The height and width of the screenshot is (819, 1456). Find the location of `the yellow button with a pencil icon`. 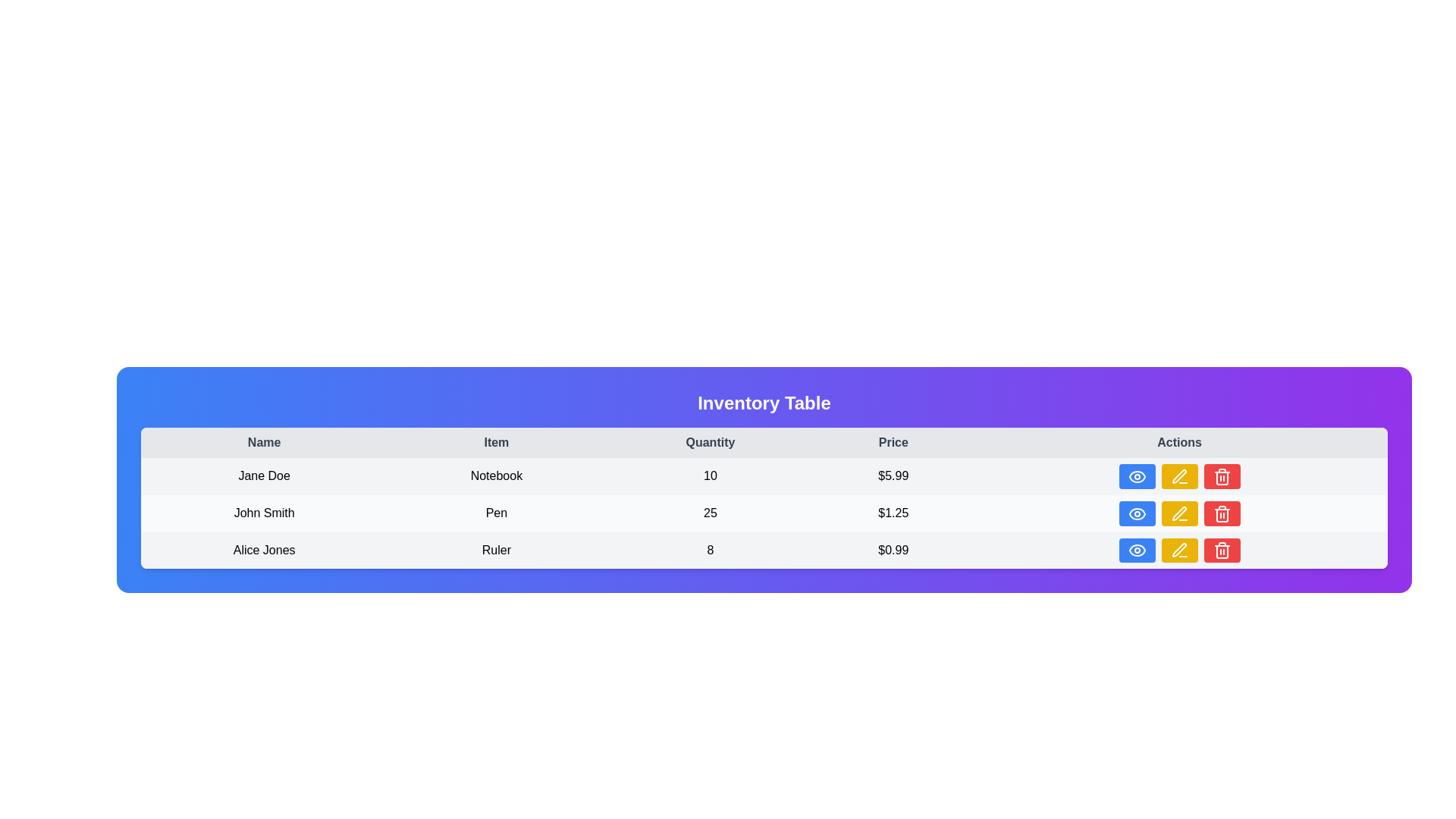

the yellow button with a pencil icon is located at coordinates (1178, 475).